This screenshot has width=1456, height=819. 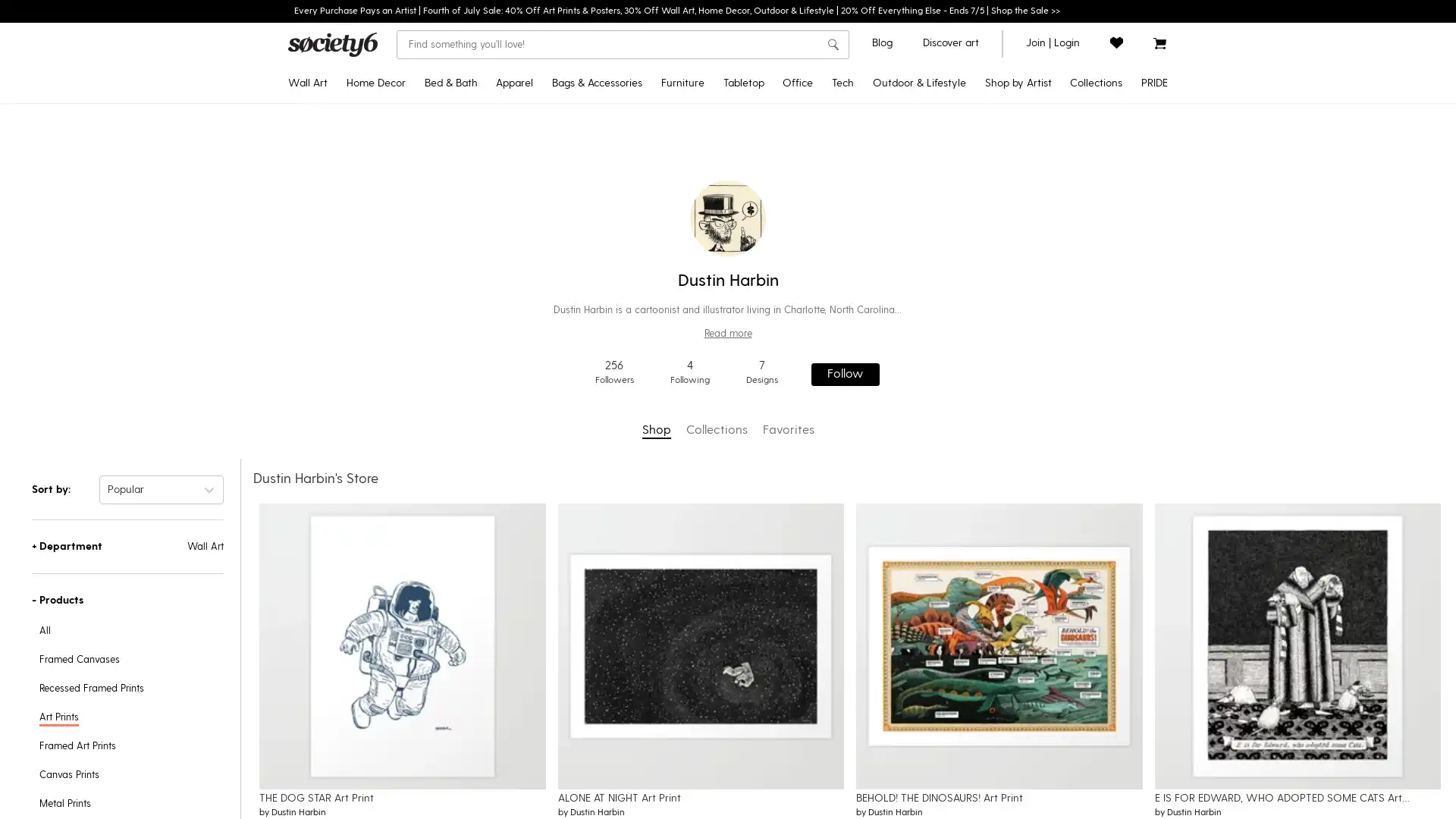 What do you see at coordinates (1040, 195) in the screenshot?
I see `Discover Black Artists` at bounding box center [1040, 195].